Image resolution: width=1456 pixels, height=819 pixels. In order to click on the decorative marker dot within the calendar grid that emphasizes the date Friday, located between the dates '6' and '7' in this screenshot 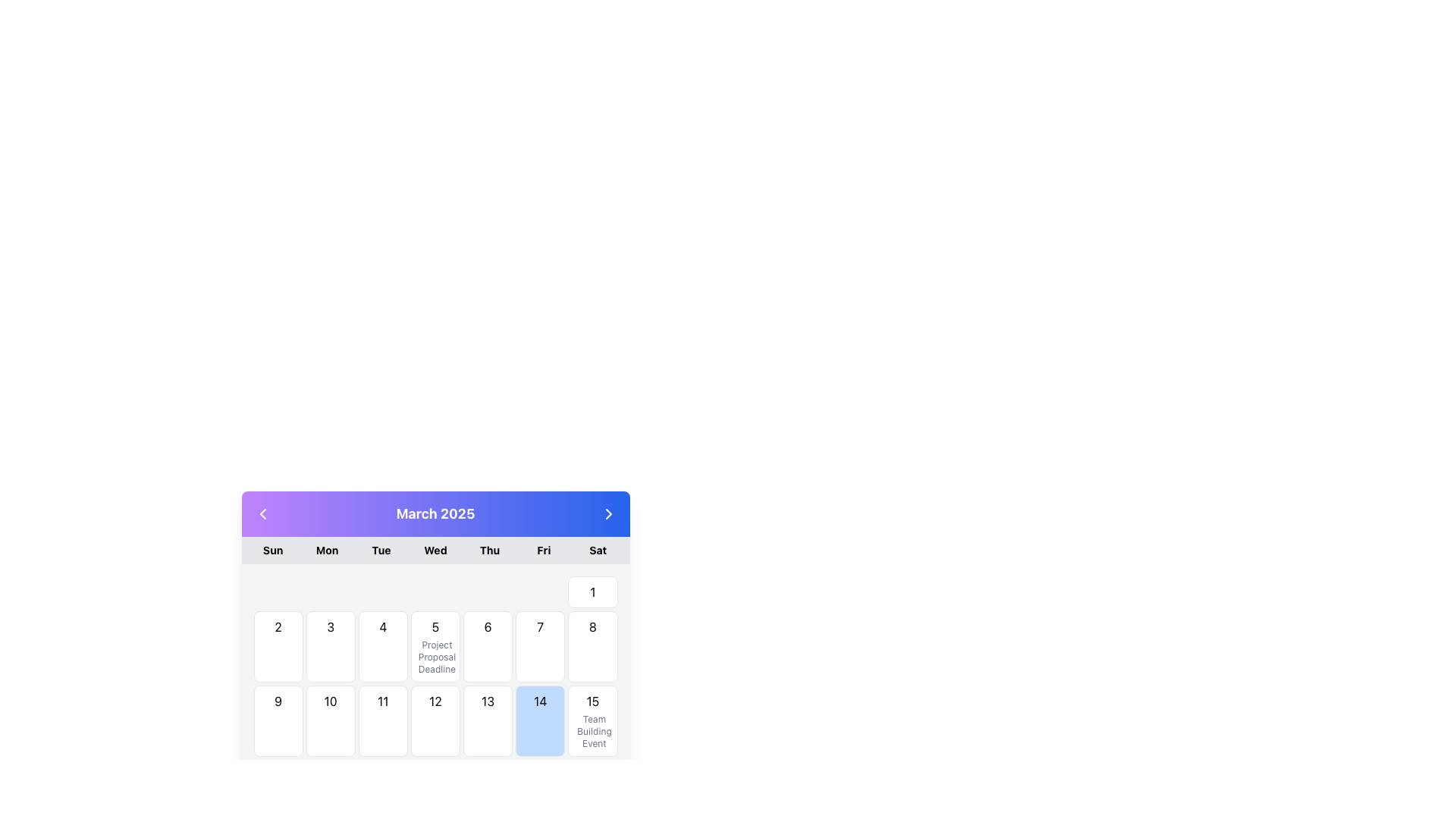, I will do `click(540, 591)`.